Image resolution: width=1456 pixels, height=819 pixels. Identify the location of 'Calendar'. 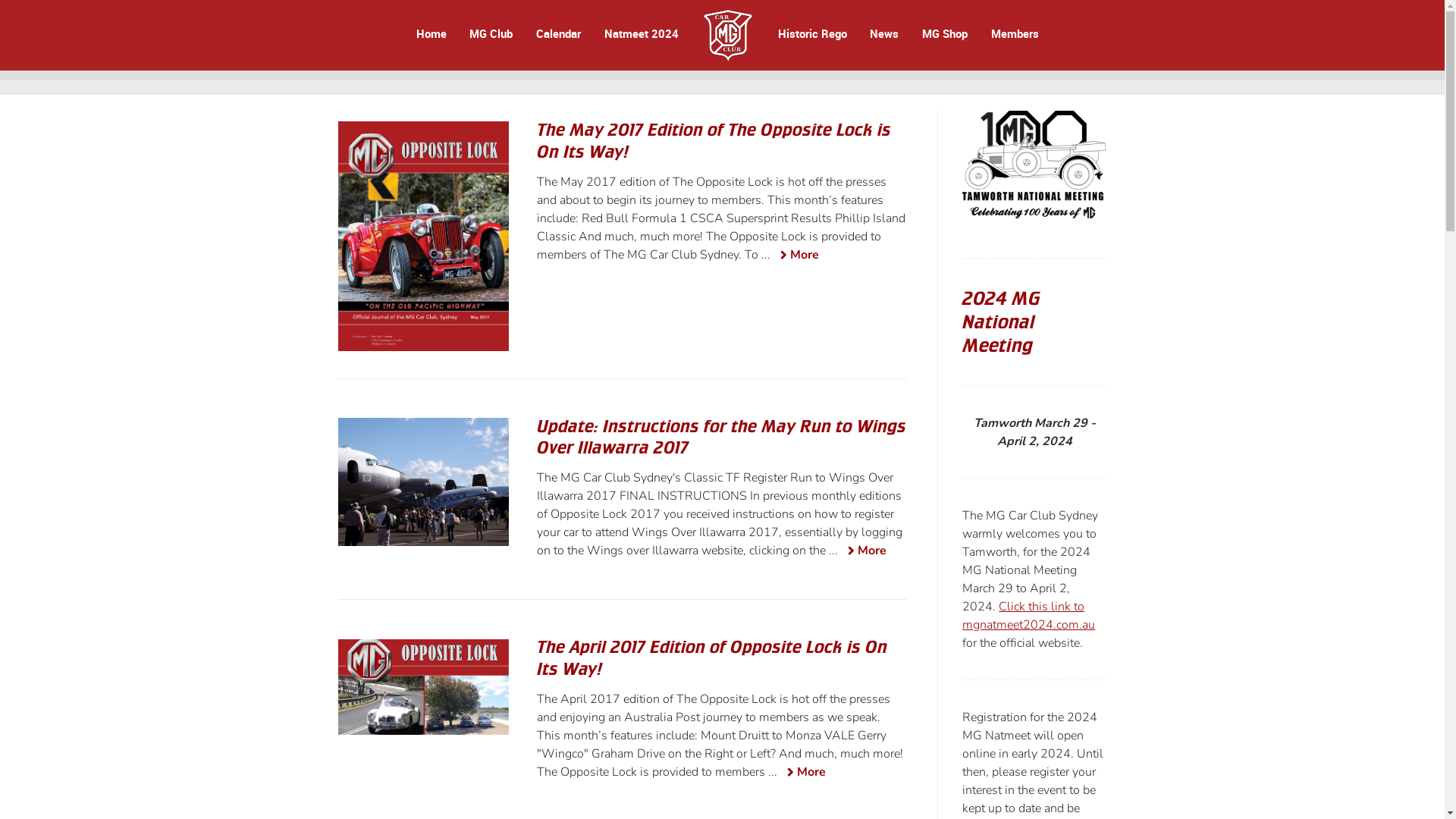
(557, 33).